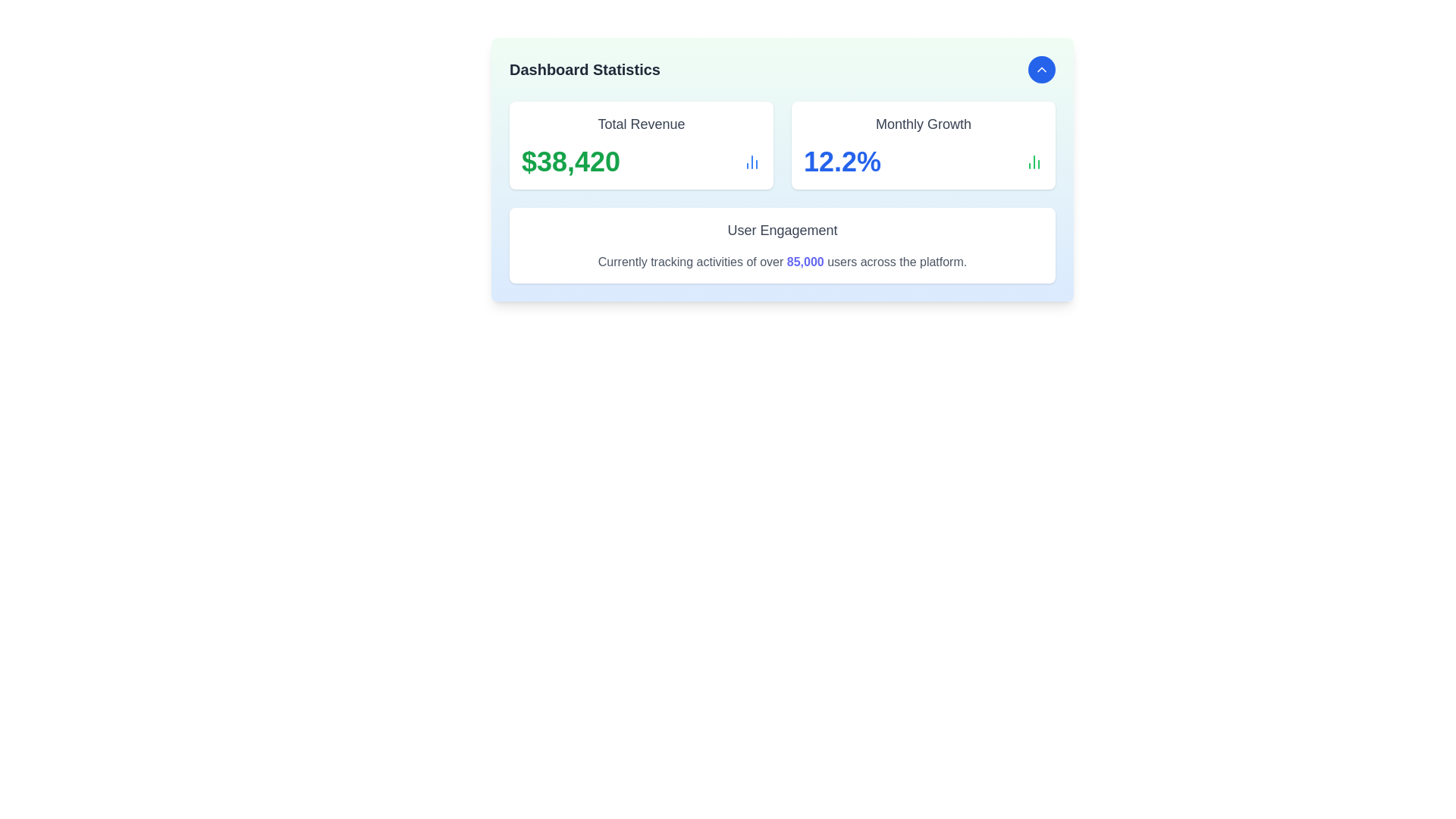 This screenshot has height=819, width=1456. I want to click on the heading text label at the top-left corner of the dashboard, which indicates the content and functionality of the associated section, so click(584, 70).